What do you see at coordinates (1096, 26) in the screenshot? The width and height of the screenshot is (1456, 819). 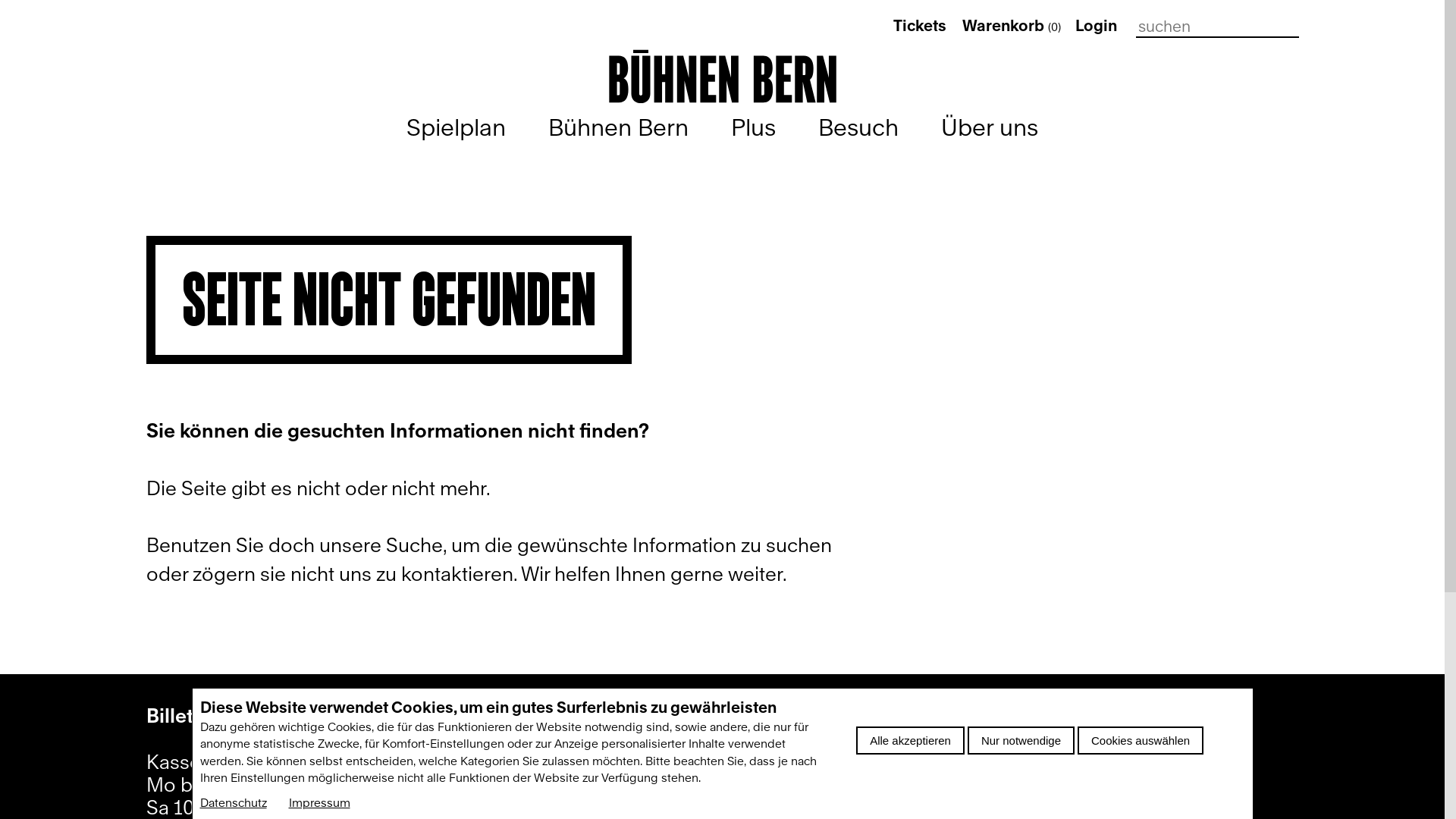 I see `'Login'` at bounding box center [1096, 26].